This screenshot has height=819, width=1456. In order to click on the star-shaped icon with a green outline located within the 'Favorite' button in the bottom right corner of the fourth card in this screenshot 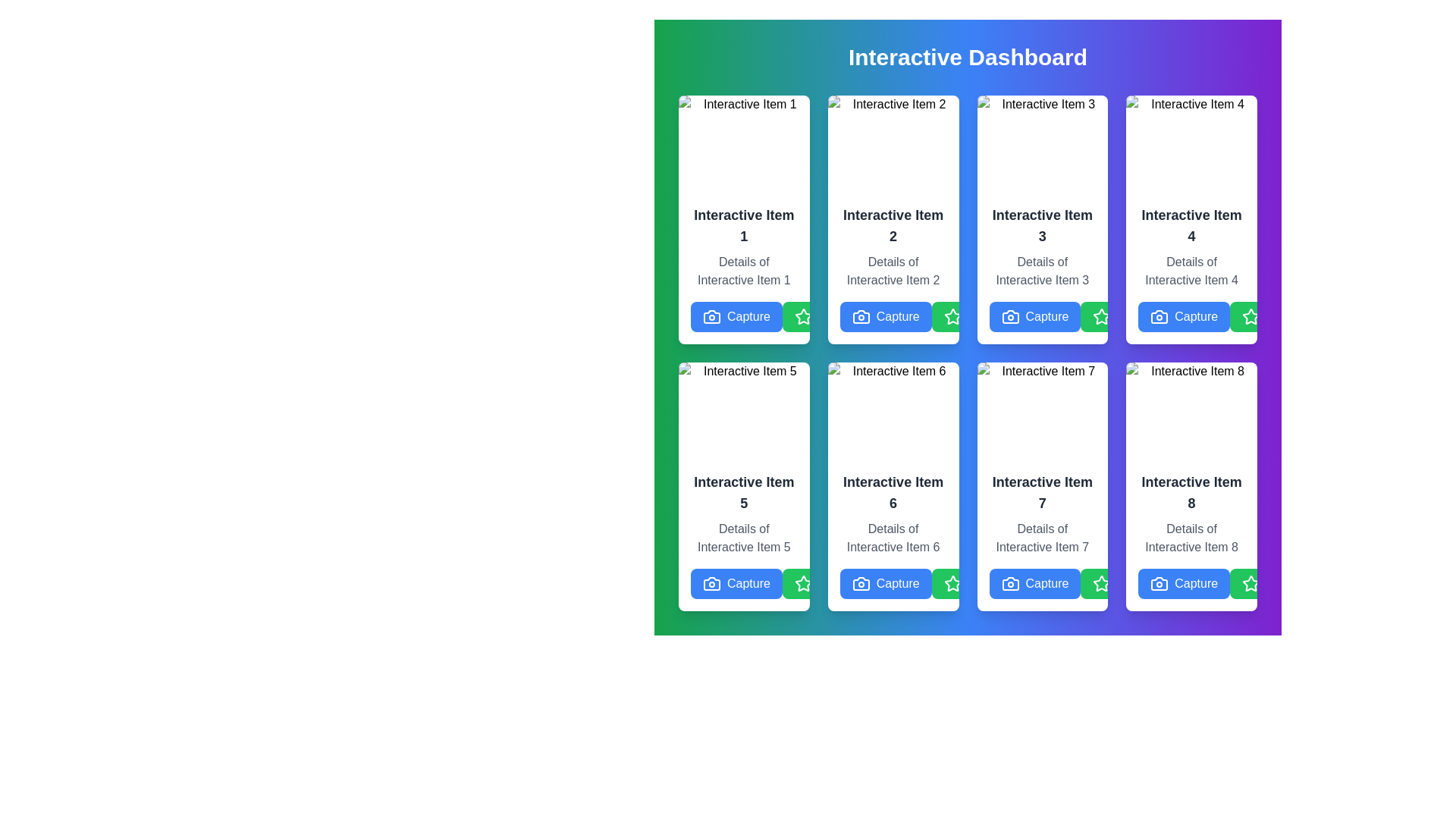, I will do `click(1251, 315)`.